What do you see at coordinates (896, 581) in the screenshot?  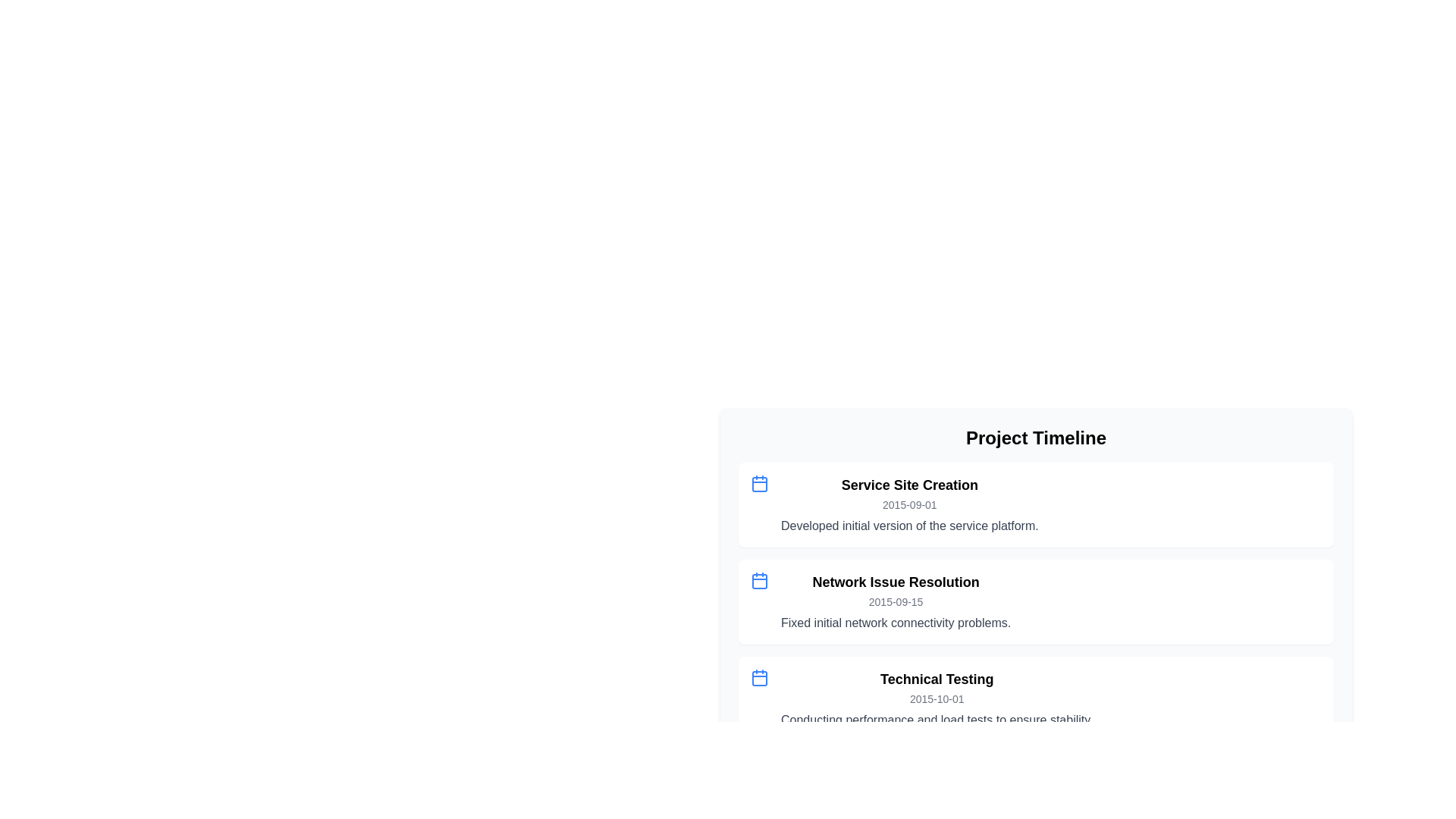 I see `text heading 'Network Issue Resolution' which is the title of the second timeline entry located between 'Service Site Creation' and 'Technical Testing'` at bounding box center [896, 581].